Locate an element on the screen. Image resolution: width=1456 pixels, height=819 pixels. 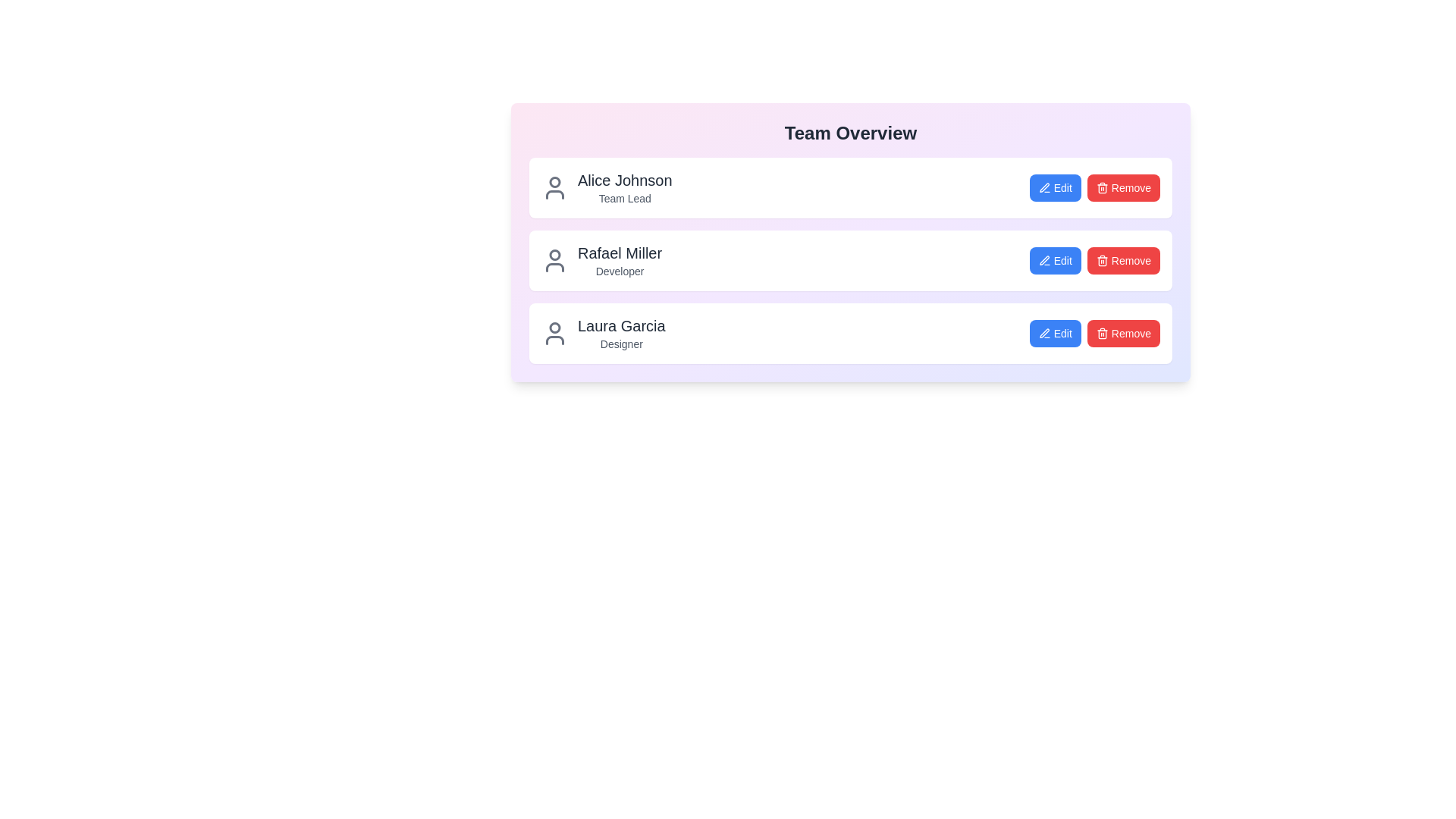
the 'Team Overview' title by clicking on its center is located at coordinates (851, 133).